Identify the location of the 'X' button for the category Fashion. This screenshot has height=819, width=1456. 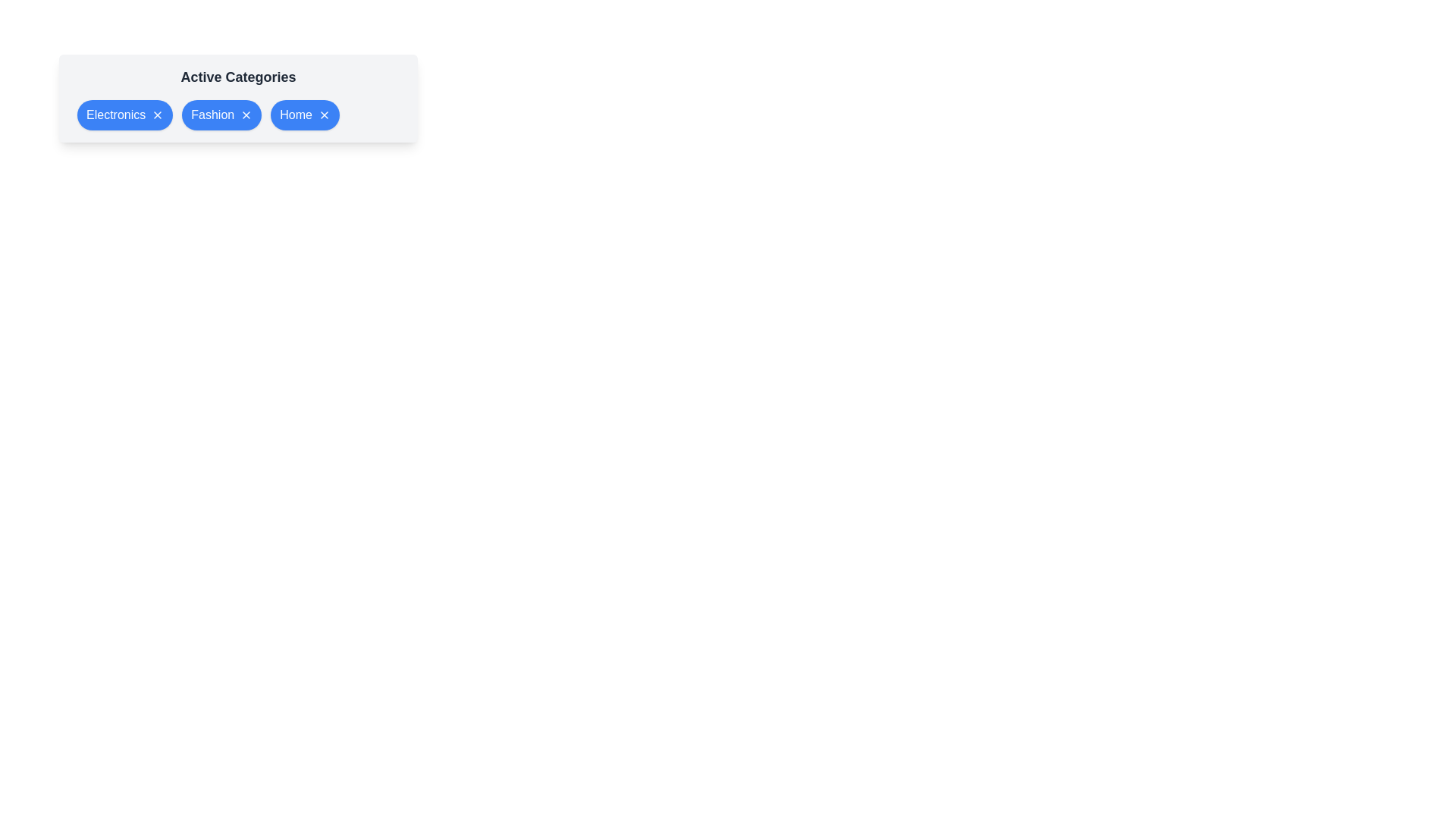
(246, 114).